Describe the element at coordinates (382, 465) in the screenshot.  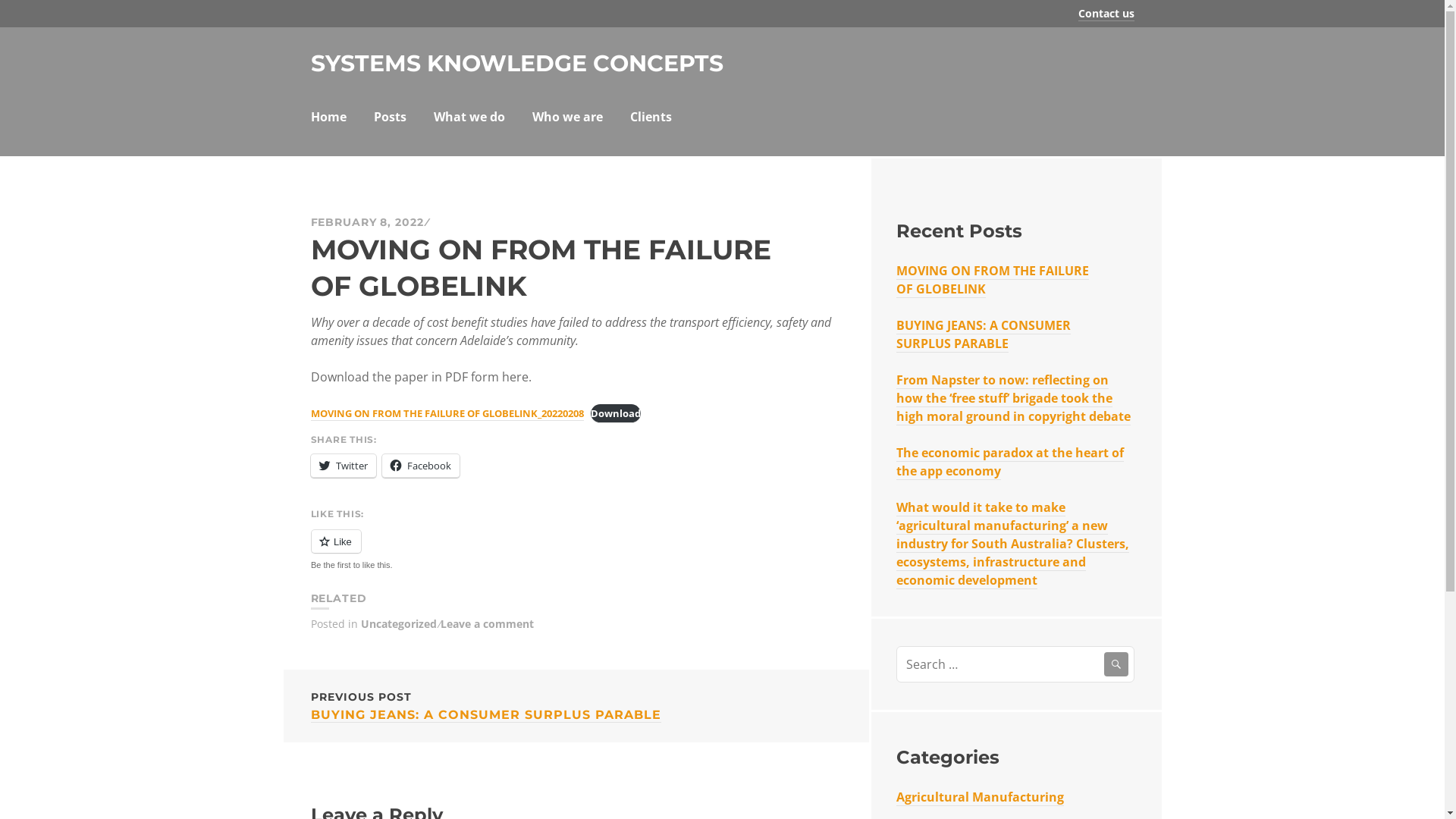
I see `'Facebook'` at that location.